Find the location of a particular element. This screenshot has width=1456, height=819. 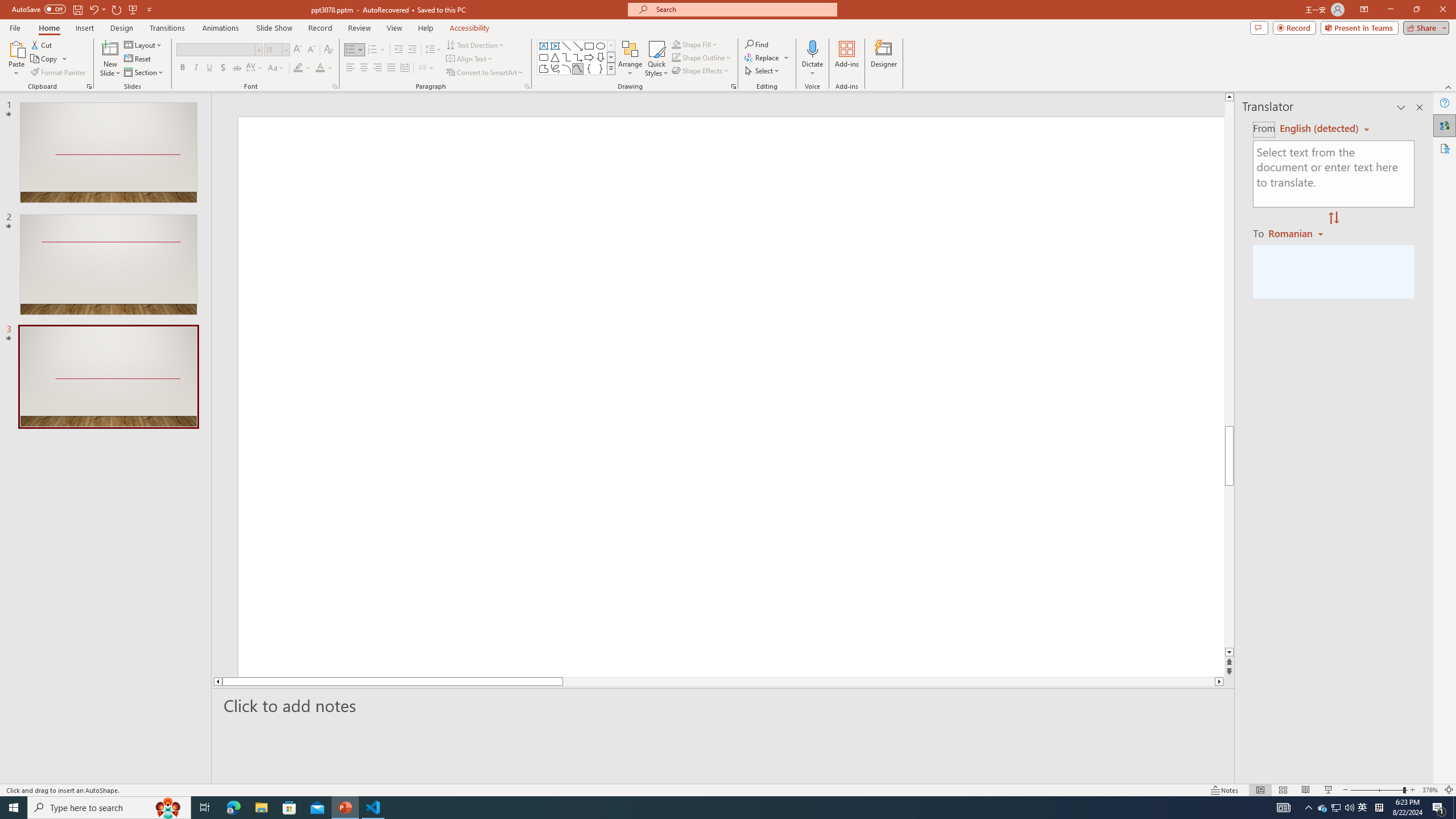

'Font Size' is located at coordinates (274, 49).